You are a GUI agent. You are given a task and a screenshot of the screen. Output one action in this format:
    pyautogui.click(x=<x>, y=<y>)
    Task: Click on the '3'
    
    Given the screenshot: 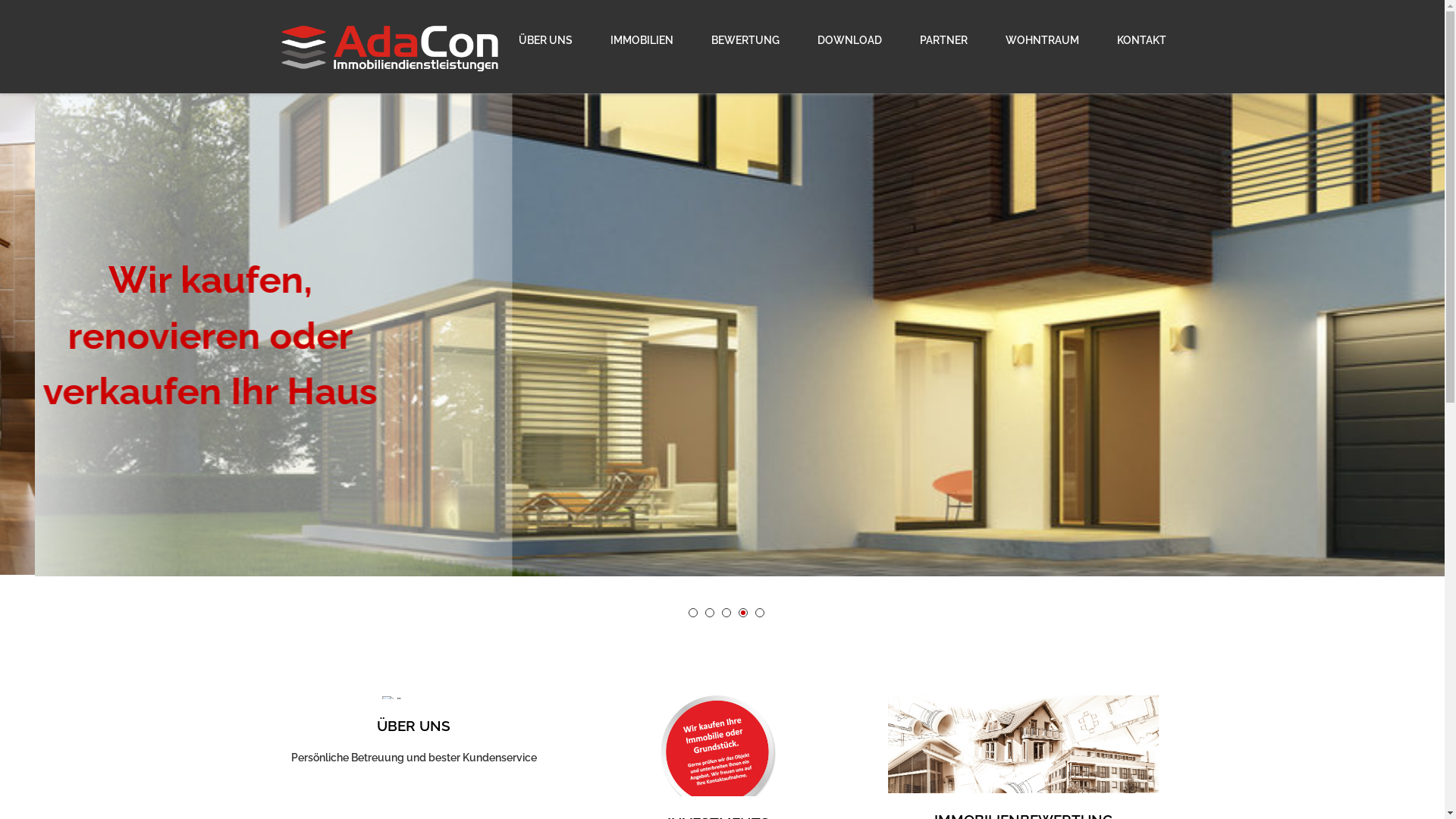 What is the action you would take?
    pyautogui.click(x=726, y=611)
    